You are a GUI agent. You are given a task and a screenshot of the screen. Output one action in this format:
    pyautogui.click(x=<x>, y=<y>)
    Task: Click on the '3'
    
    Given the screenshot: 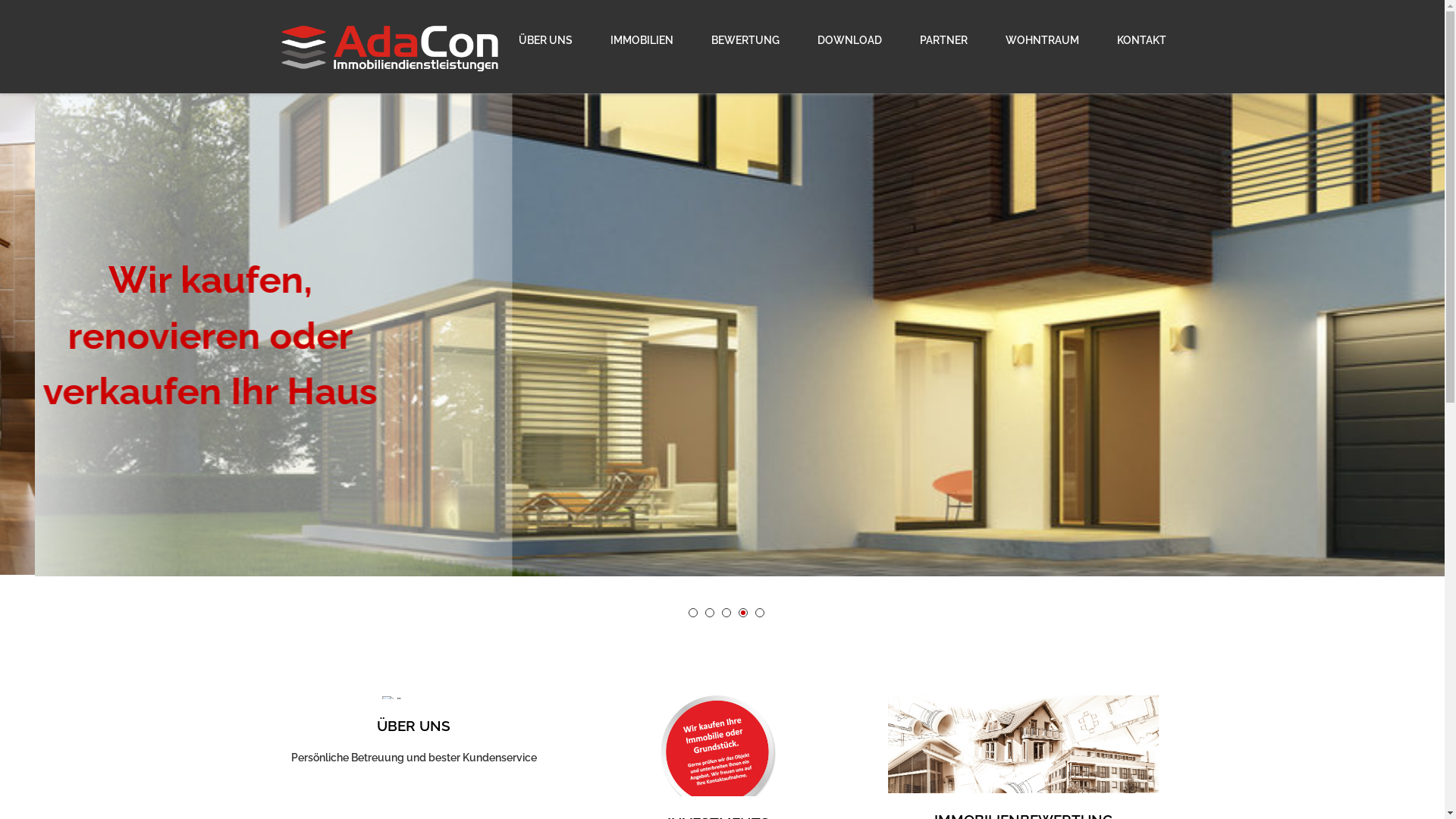 What is the action you would take?
    pyautogui.click(x=726, y=611)
    